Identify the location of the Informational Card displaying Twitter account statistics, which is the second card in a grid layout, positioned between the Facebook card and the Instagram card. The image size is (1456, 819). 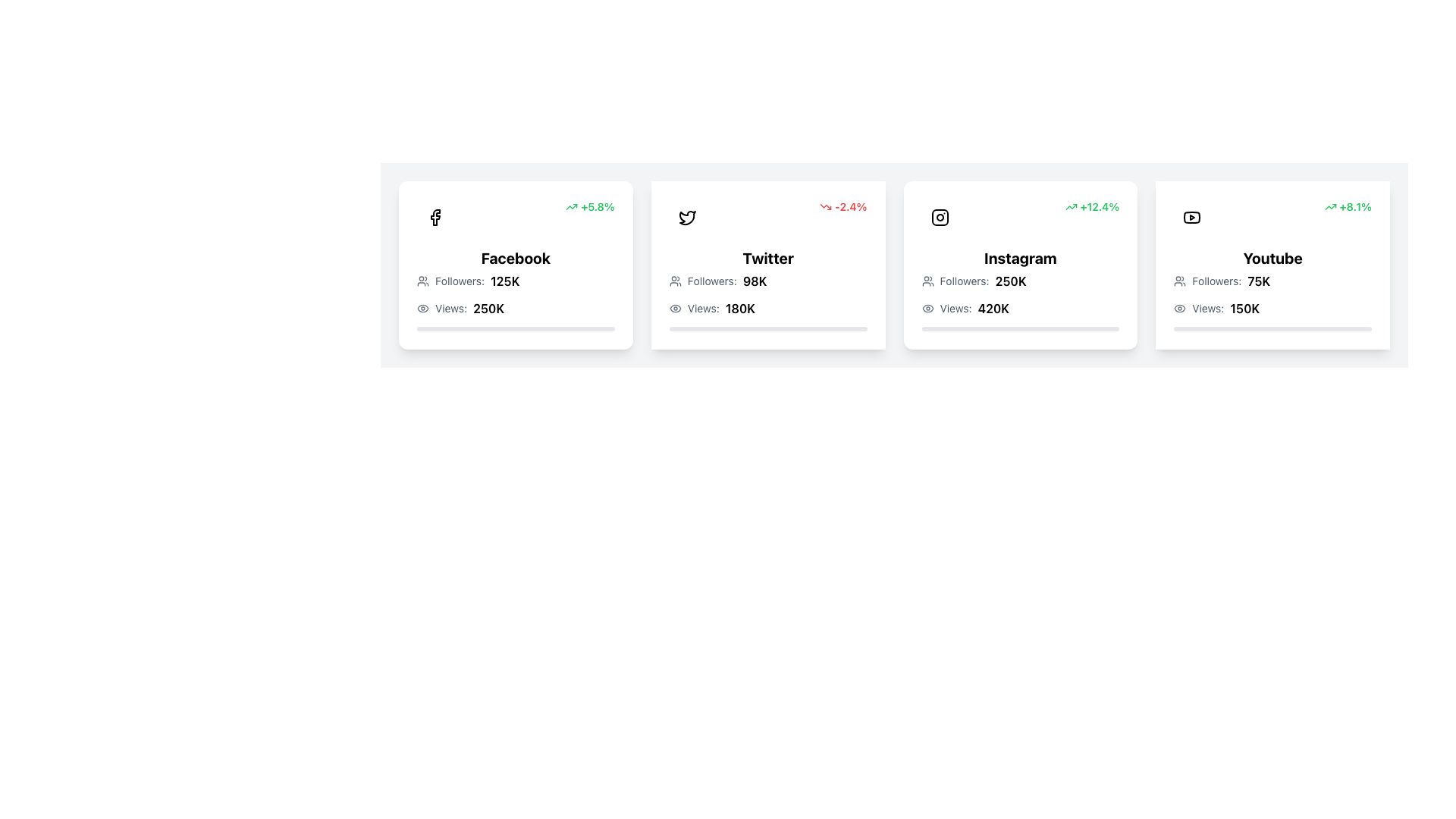
(768, 265).